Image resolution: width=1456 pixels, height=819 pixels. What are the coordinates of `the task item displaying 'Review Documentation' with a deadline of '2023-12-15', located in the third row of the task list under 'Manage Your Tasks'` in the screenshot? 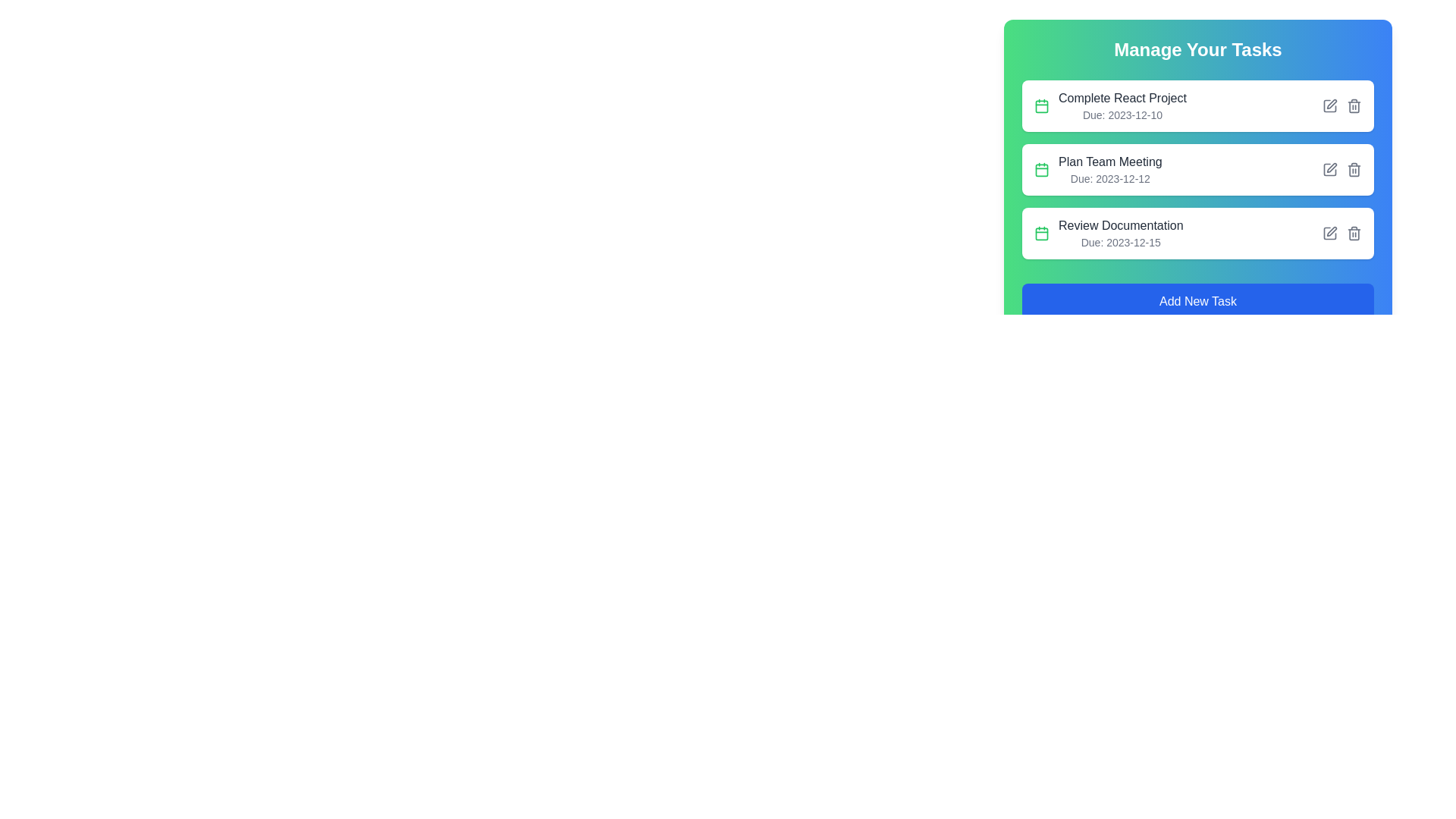 It's located at (1121, 234).